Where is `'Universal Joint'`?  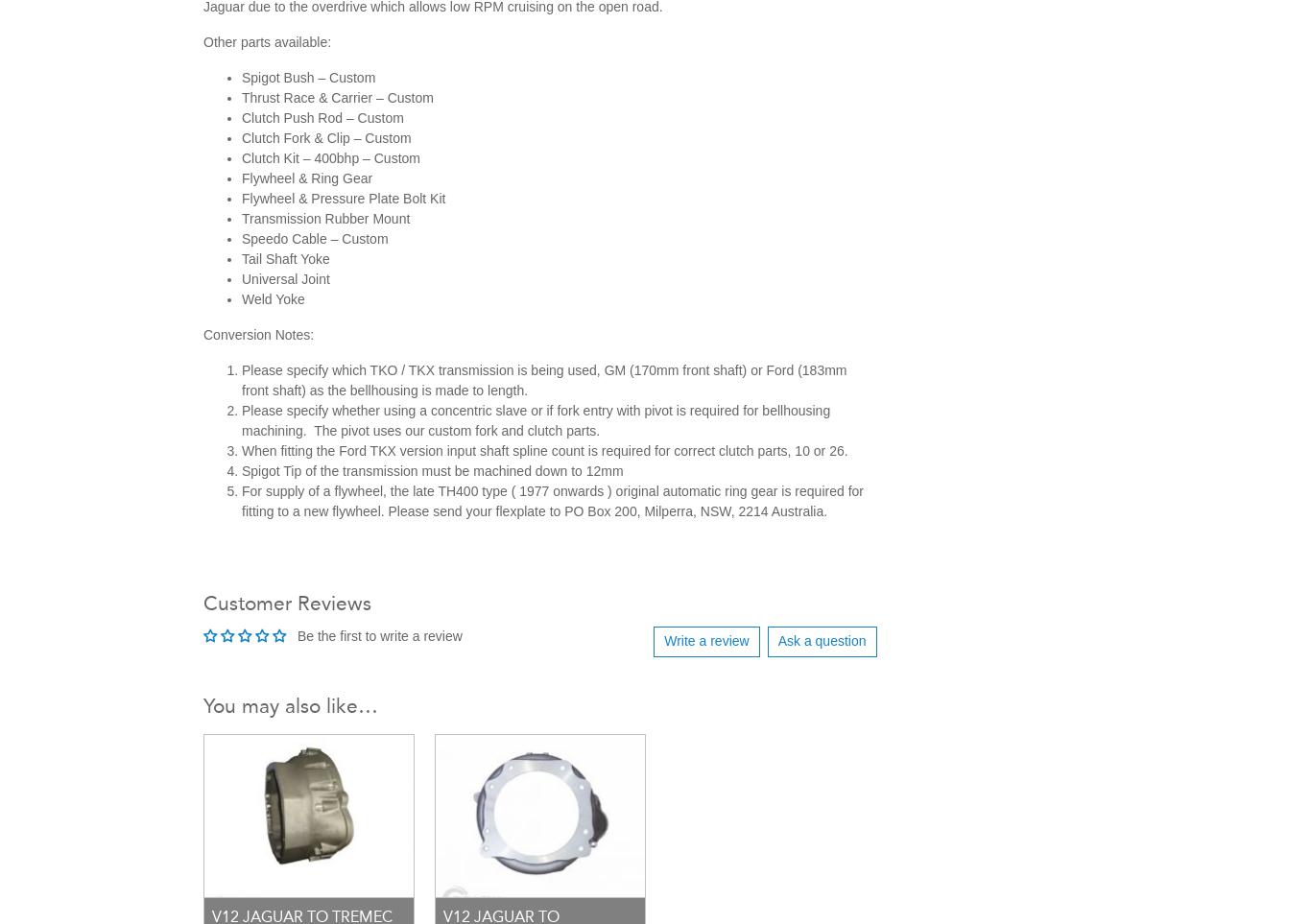 'Universal Joint' is located at coordinates (285, 276).